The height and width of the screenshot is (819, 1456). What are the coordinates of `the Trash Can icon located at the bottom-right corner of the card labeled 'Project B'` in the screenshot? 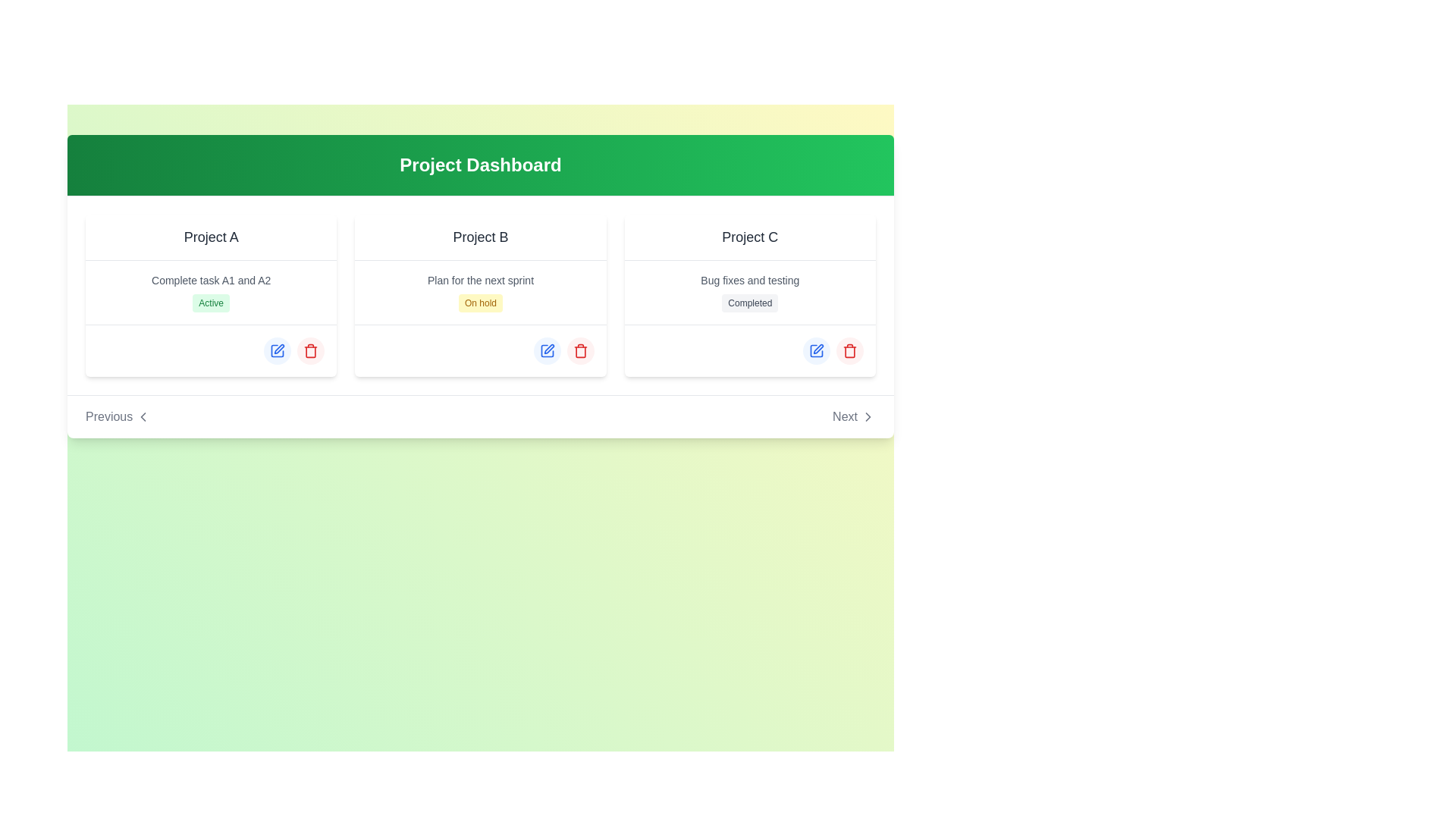 It's located at (579, 350).